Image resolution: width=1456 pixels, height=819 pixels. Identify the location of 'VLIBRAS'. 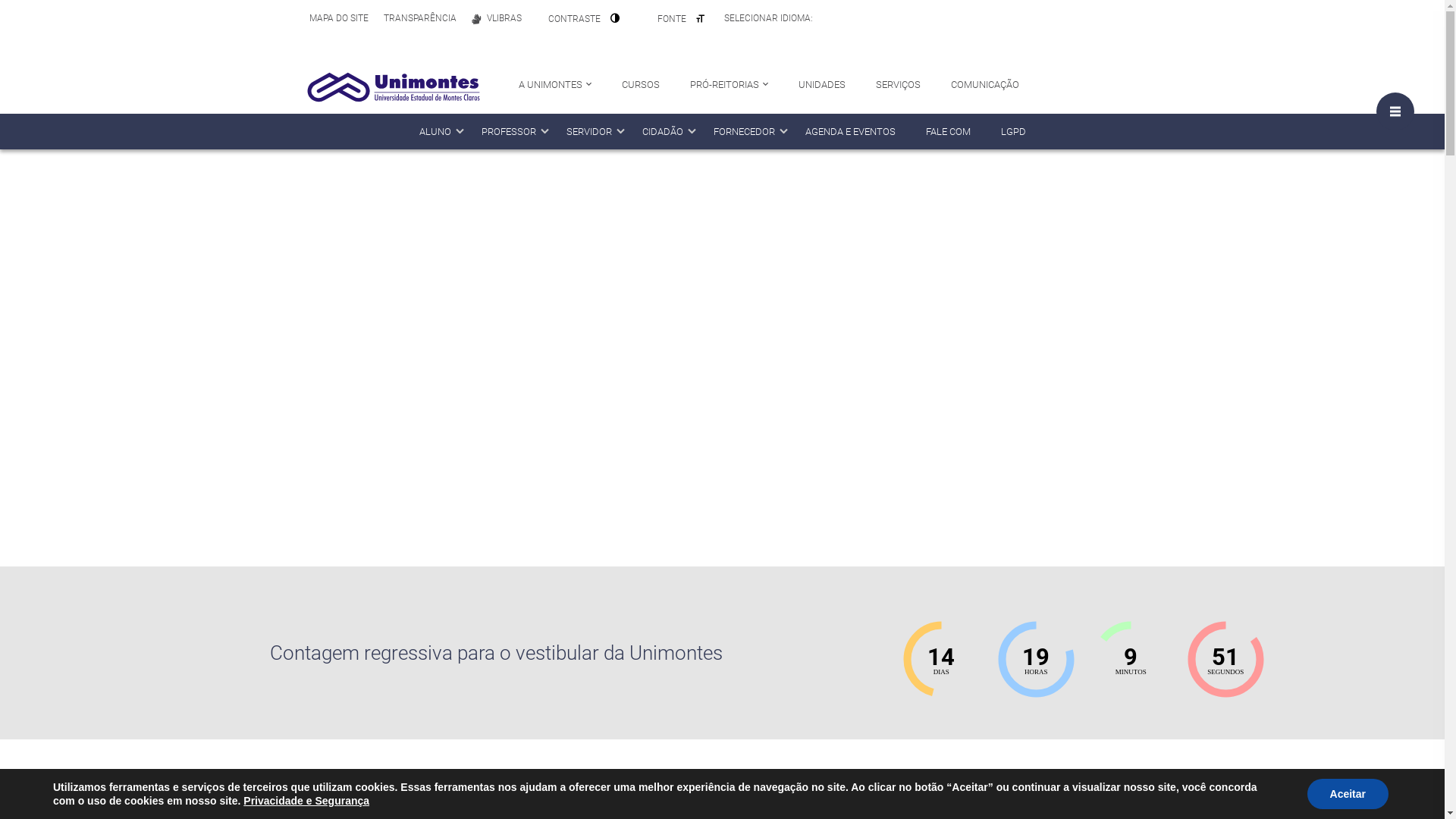
(496, 18).